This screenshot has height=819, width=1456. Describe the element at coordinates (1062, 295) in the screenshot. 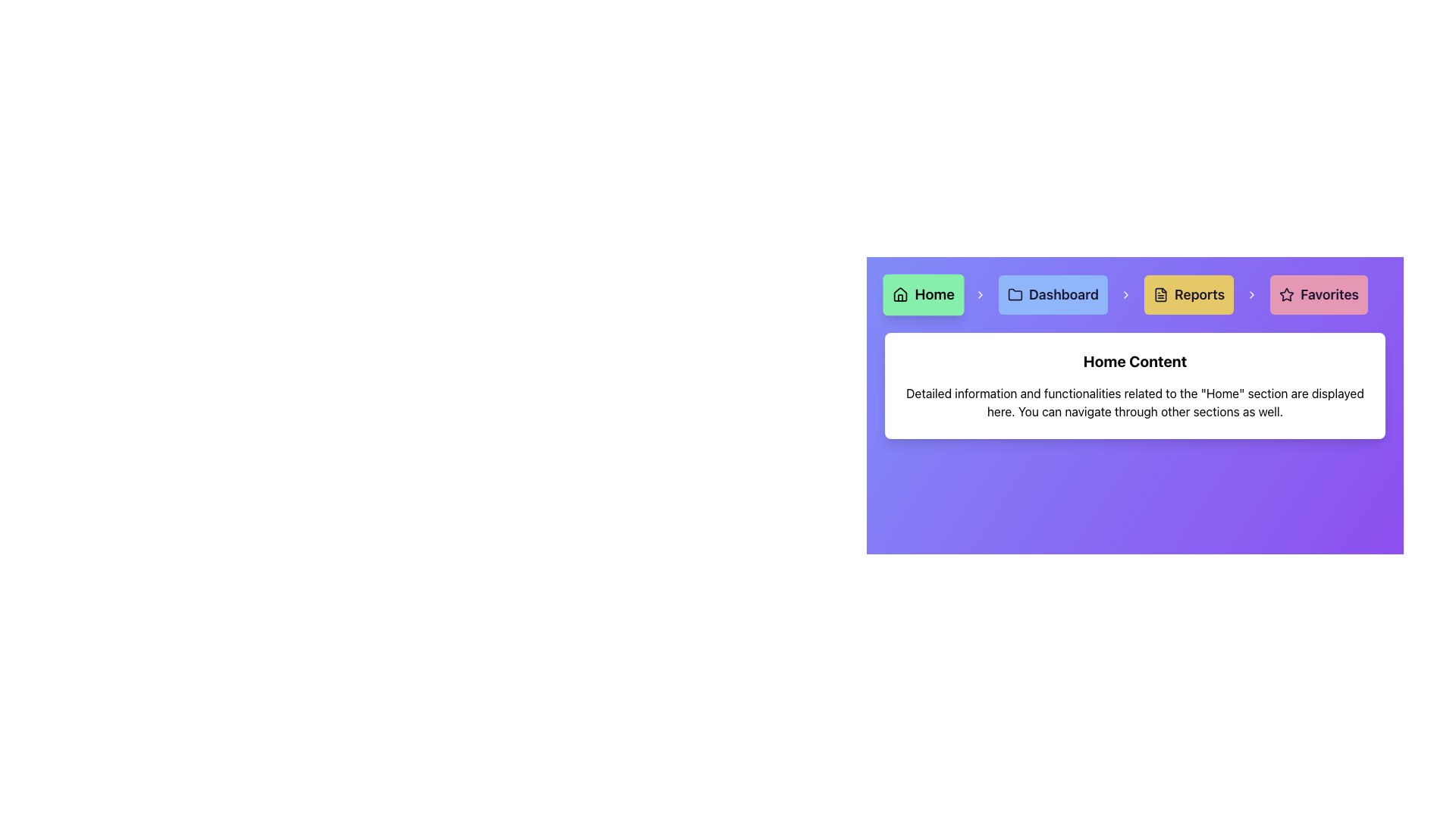

I see `the 'Dashboard' text label in the navigation bar, which is styled in a bold serif font in dark color on a light blue background, positioned between the 'Home' label and 'Reports' option` at that location.